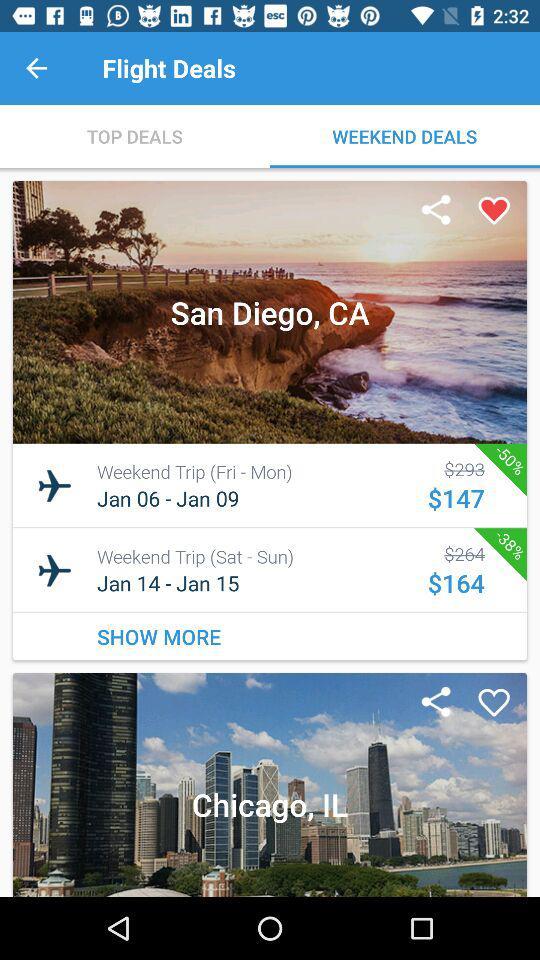 The height and width of the screenshot is (960, 540). What do you see at coordinates (36, 68) in the screenshot?
I see `the item to the left of the flight deals icon` at bounding box center [36, 68].